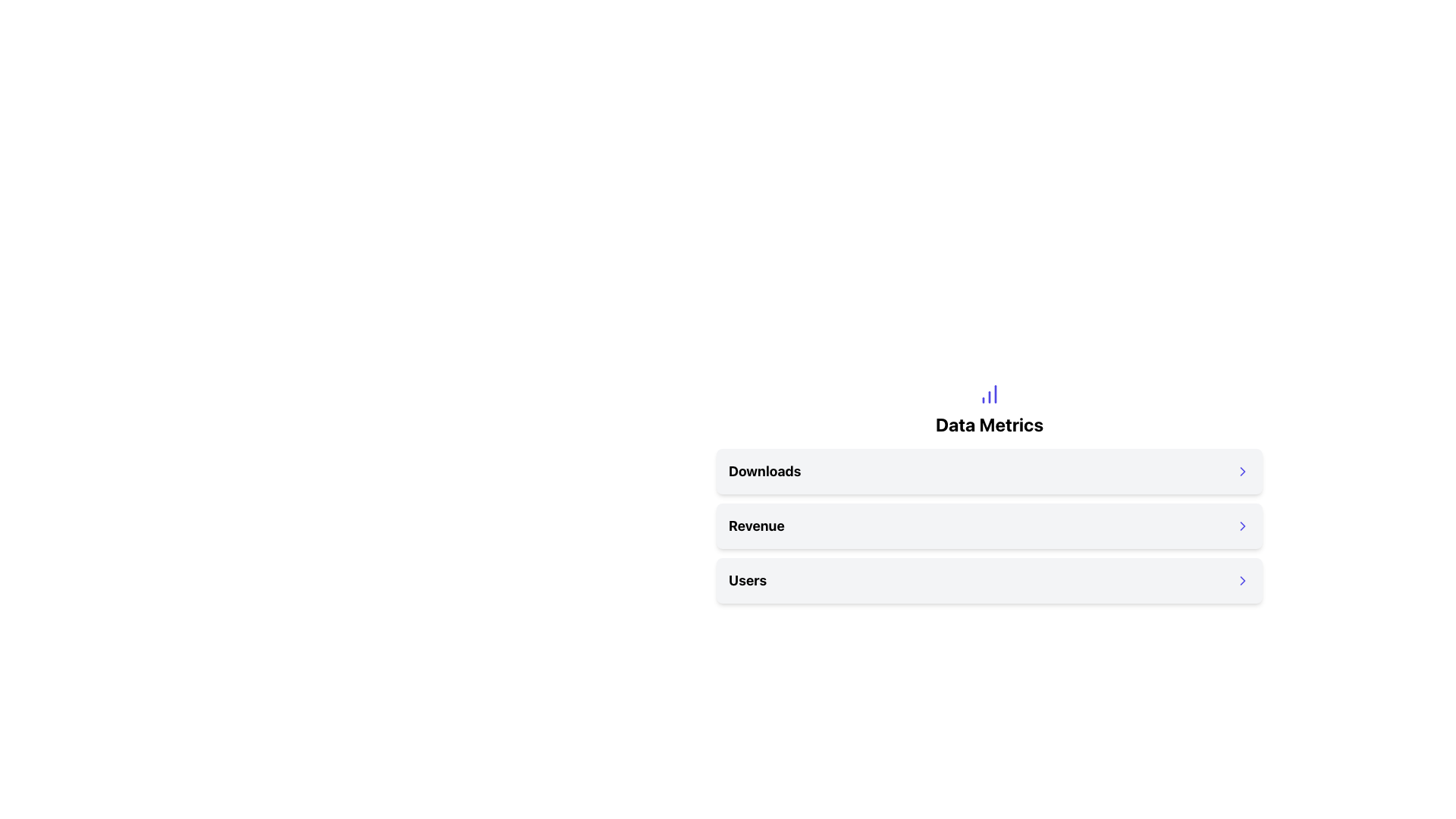 This screenshot has height=819, width=1456. Describe the element at coordinates (990, 409) in the screenshot. I see `the Text with icon header that serves as a header indicator for the 'Data Metrics' section, located above the list of items labeled 'Downloads', 'Revenue', and 'Users'` at that location.